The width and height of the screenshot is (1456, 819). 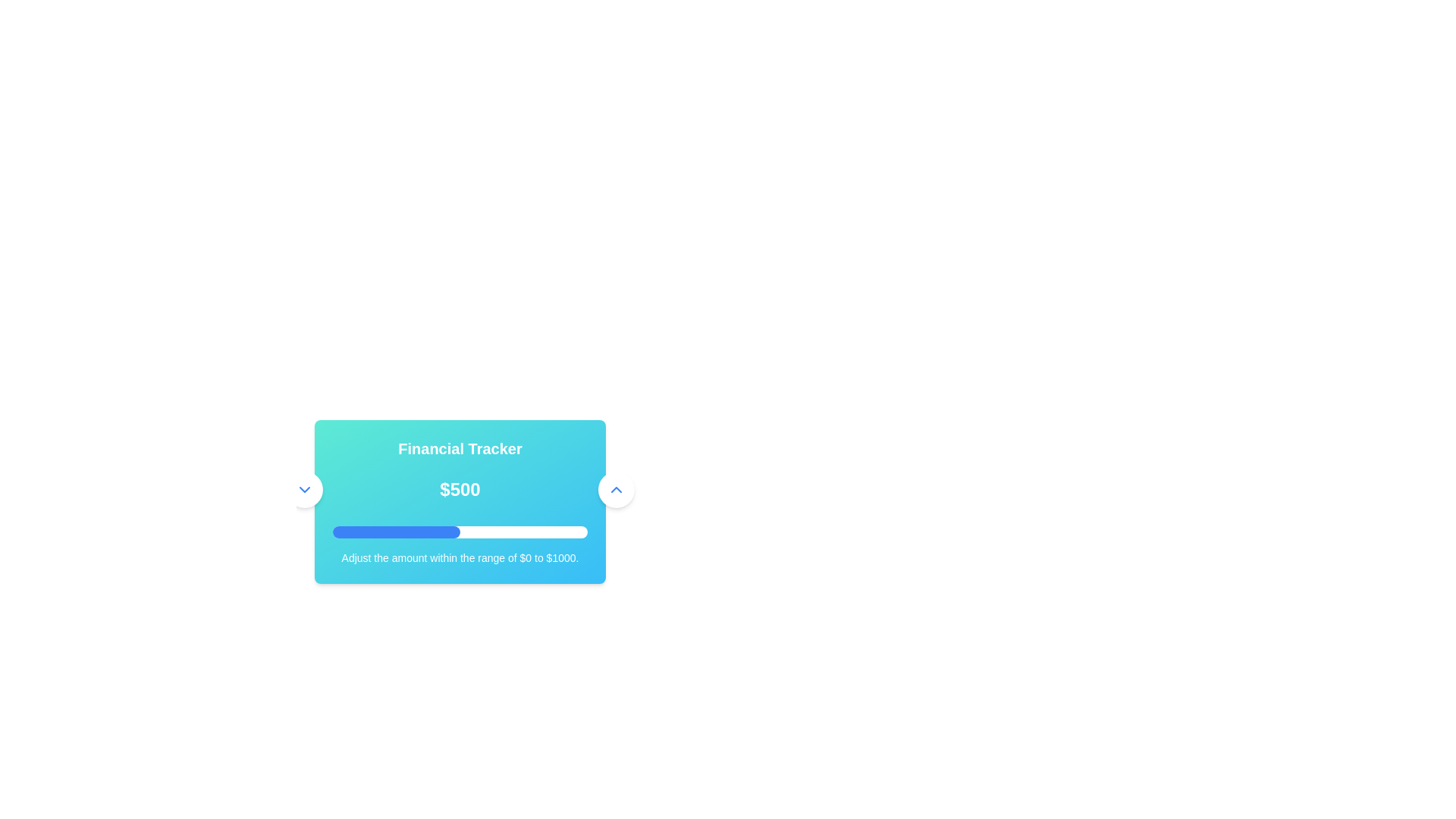 I want to click on the slider, so click(x=435, y=532).